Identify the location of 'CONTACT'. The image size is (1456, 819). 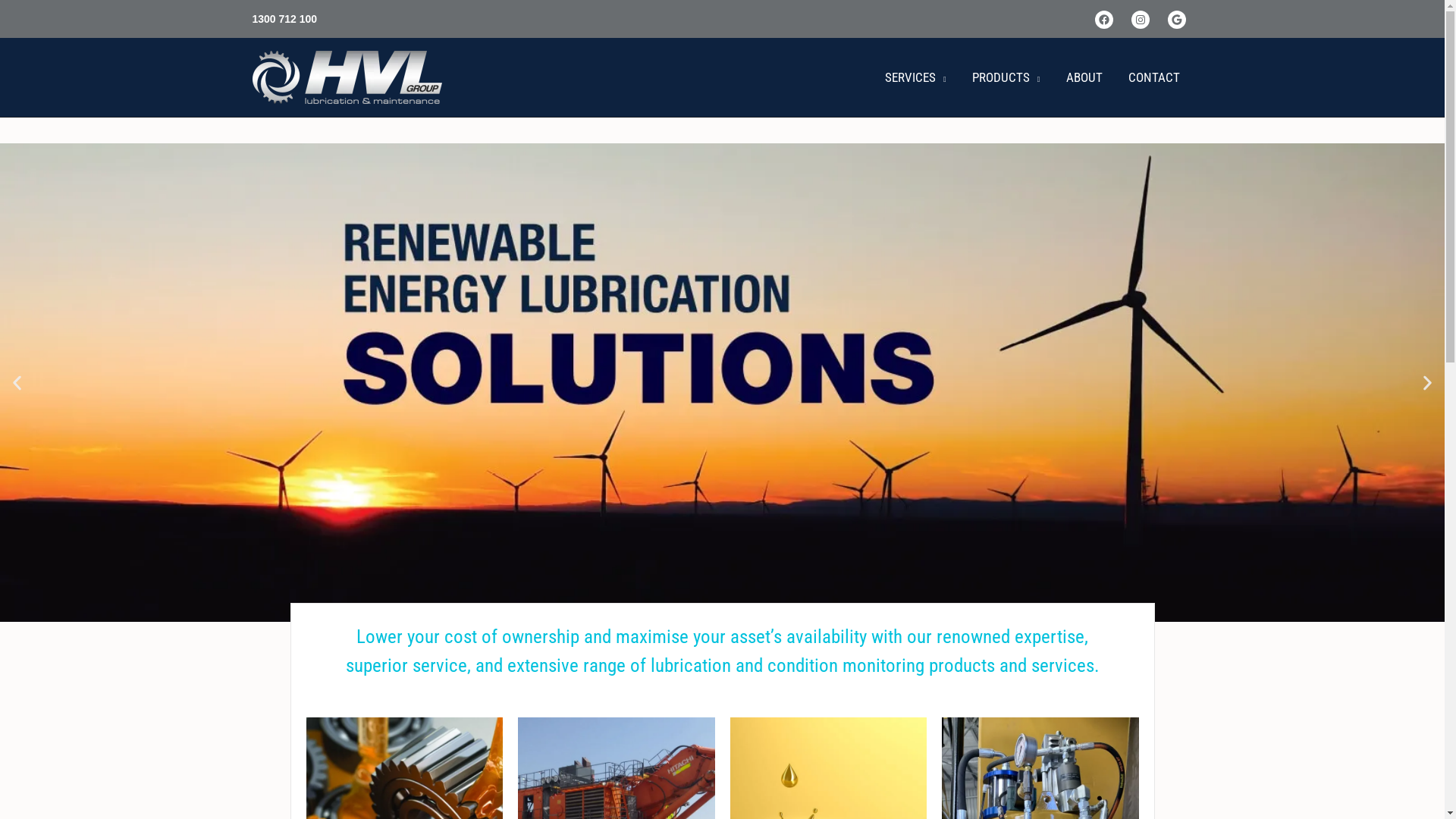
(1153, 77).